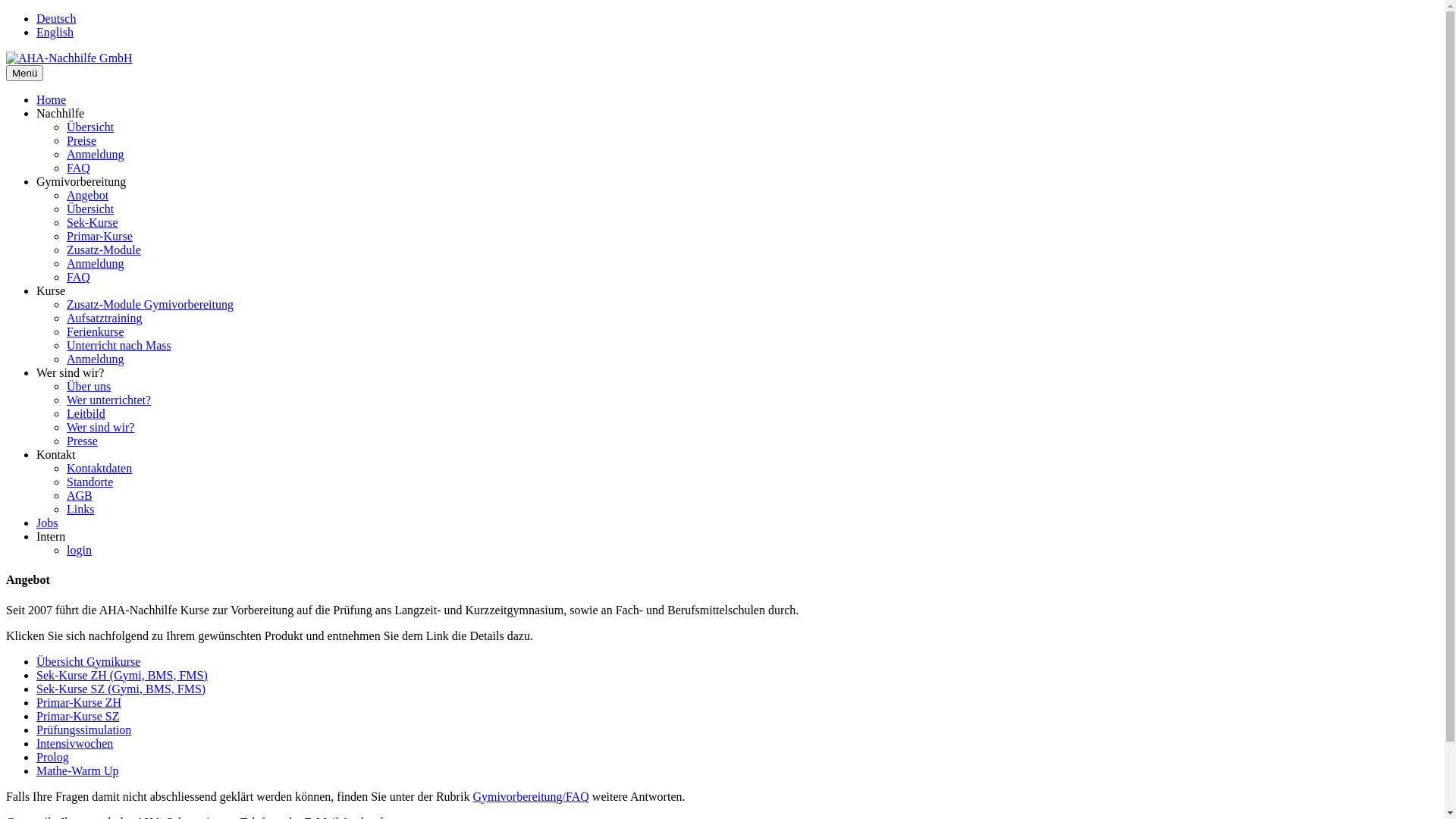 The image size is (1456, 819). Describe the element at coordinates (103, 249) in the screenshot. I see `'Zusatz-Module'` at that location.